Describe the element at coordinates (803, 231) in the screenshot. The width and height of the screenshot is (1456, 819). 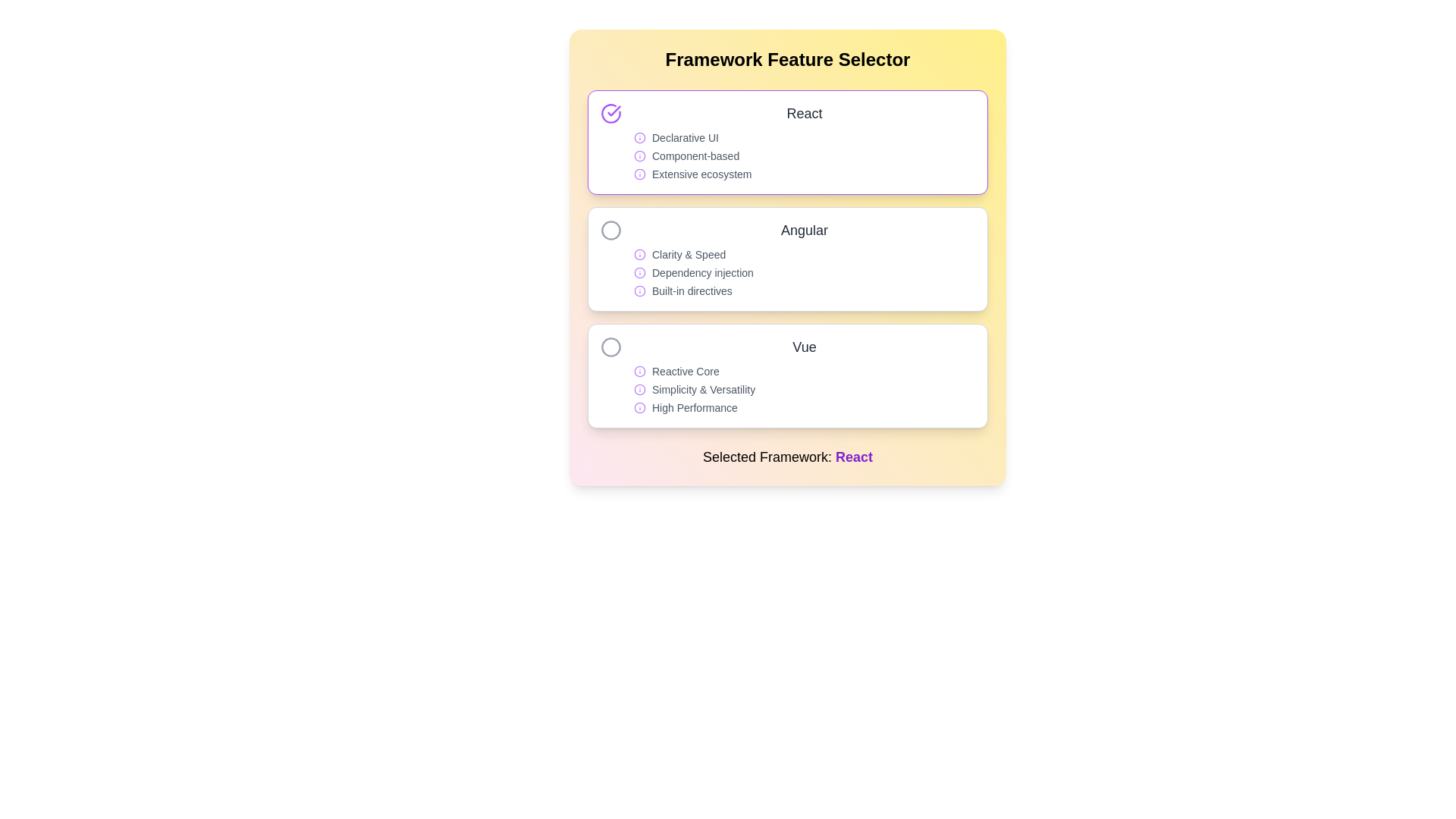
I see `the Text Label that serves as the title for the Angular framework, positioned between the 'React' and 'Vue' sections in the feature selection interface` at that location.